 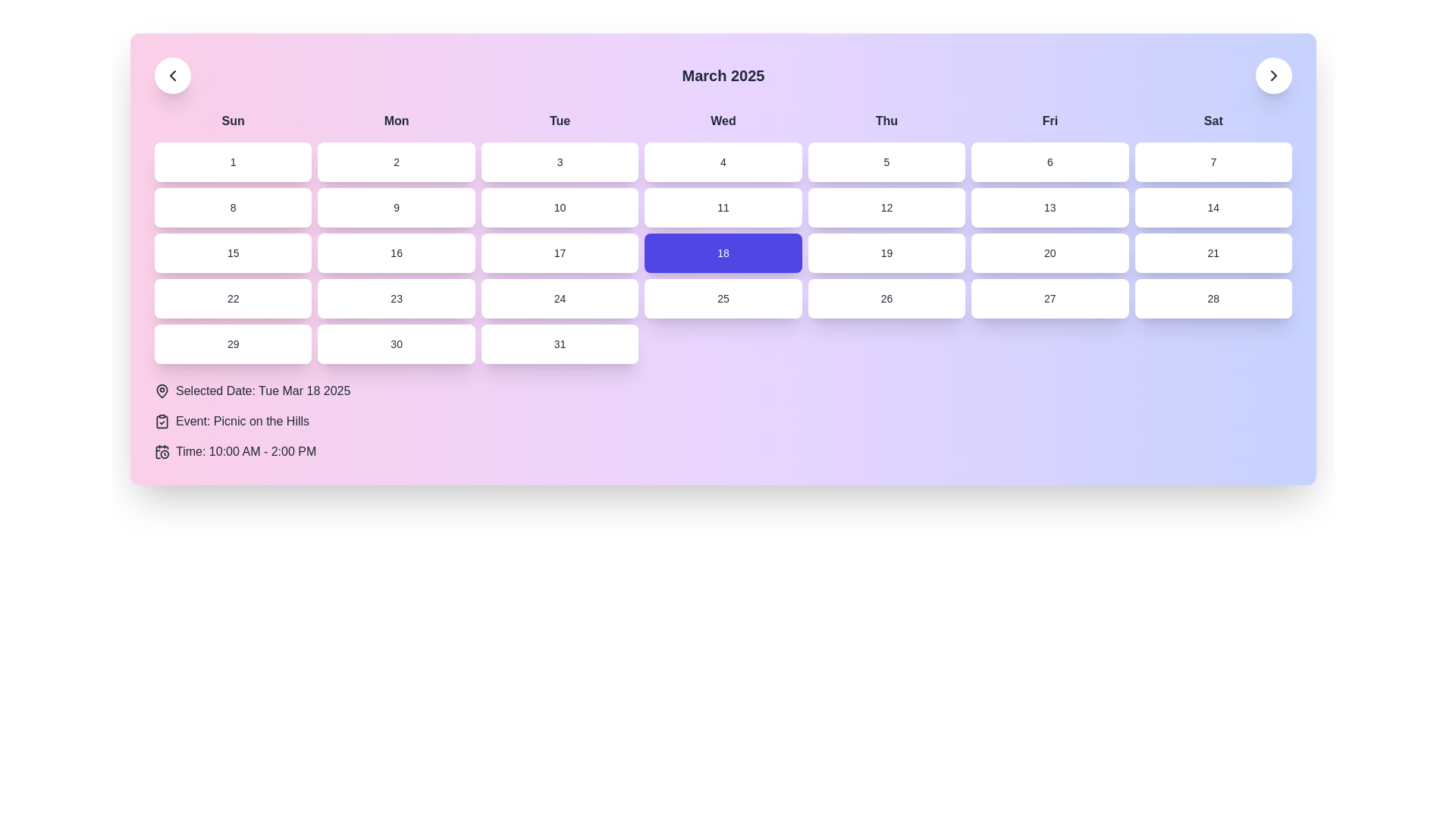 I want to click on the selectable date button representing date '8' in the calendar interface, so click(x=232, y=207).